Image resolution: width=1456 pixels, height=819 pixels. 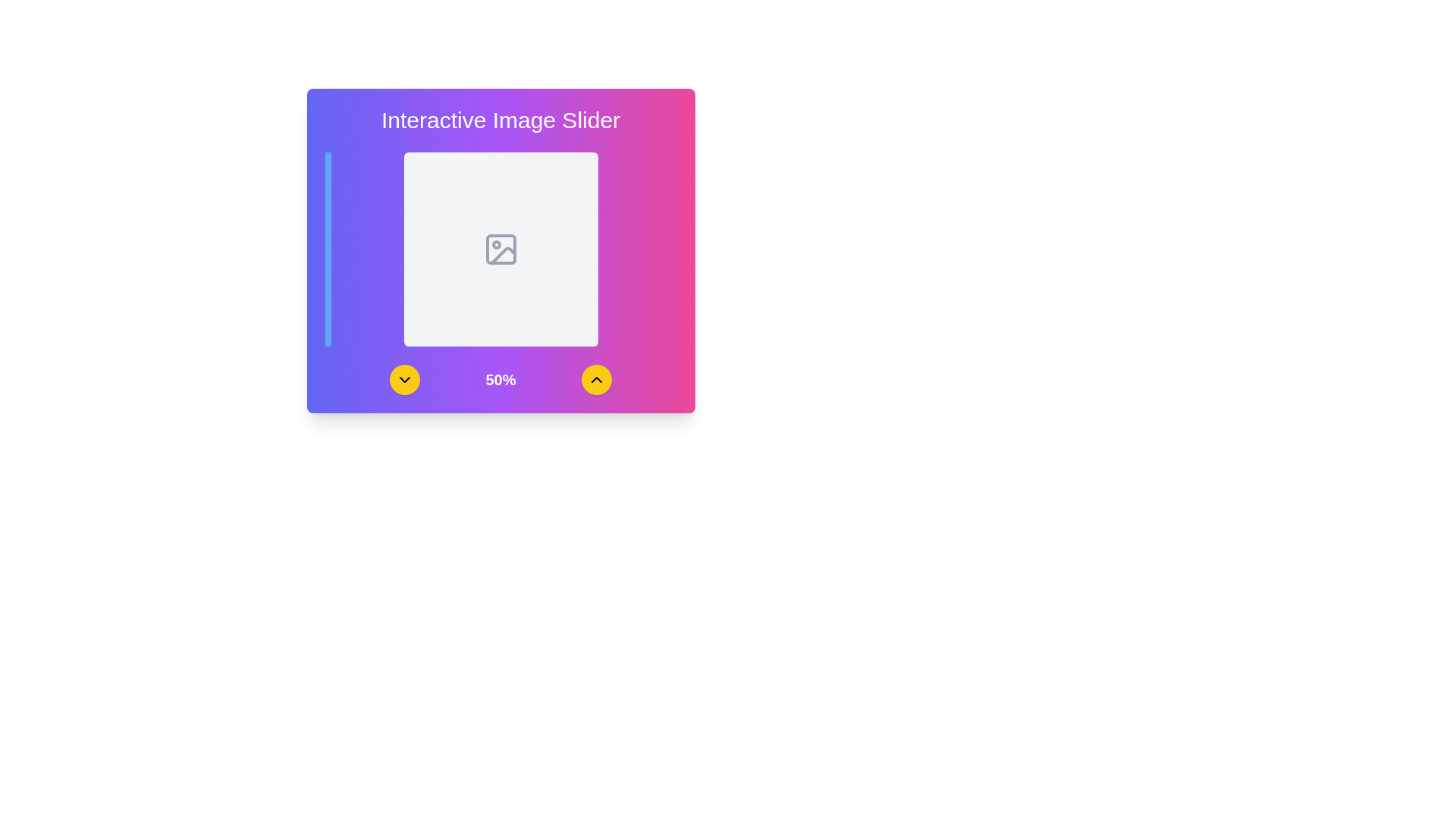 What do you see at coordinates (595, 379) in the screenshot?
I see `the Up-chevron icon inside the interactive button, which is centered in a circular button with a yellow background located at the bottom-right of the main interface card` at bounding box center [595, 379].